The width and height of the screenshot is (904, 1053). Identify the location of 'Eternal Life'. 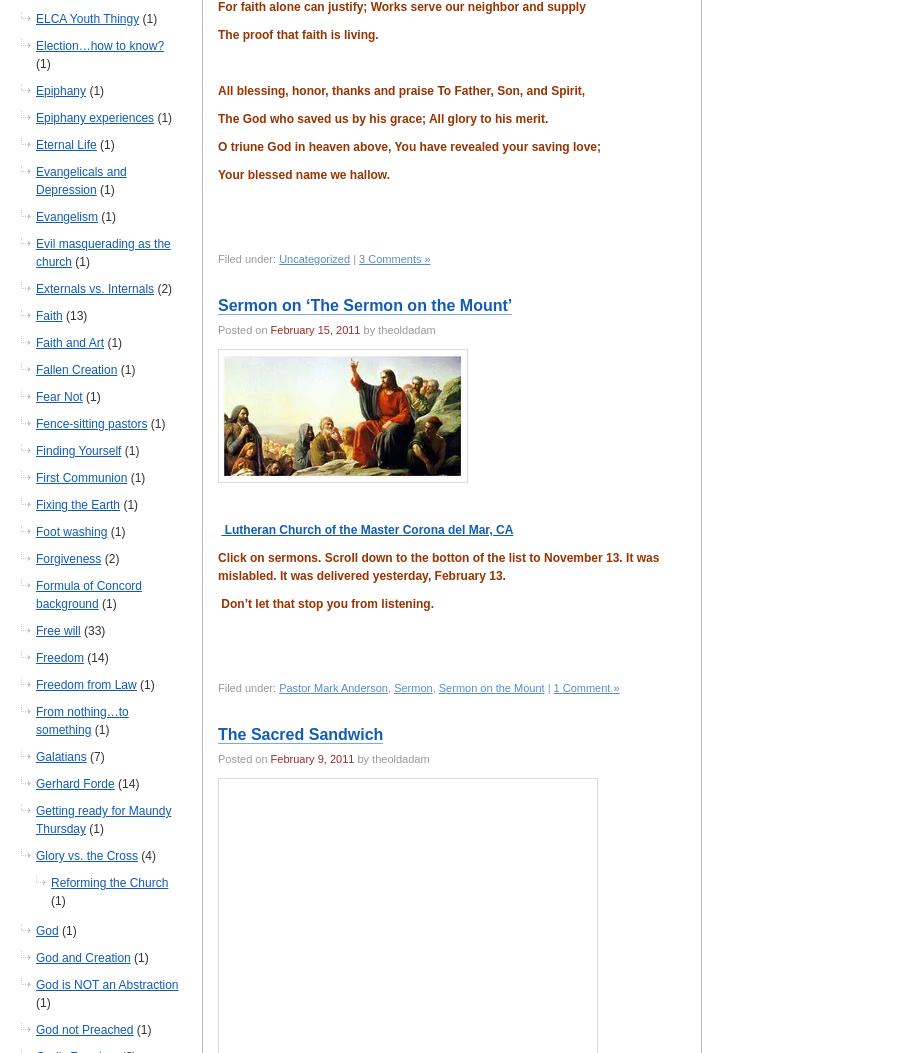
(34, 144).